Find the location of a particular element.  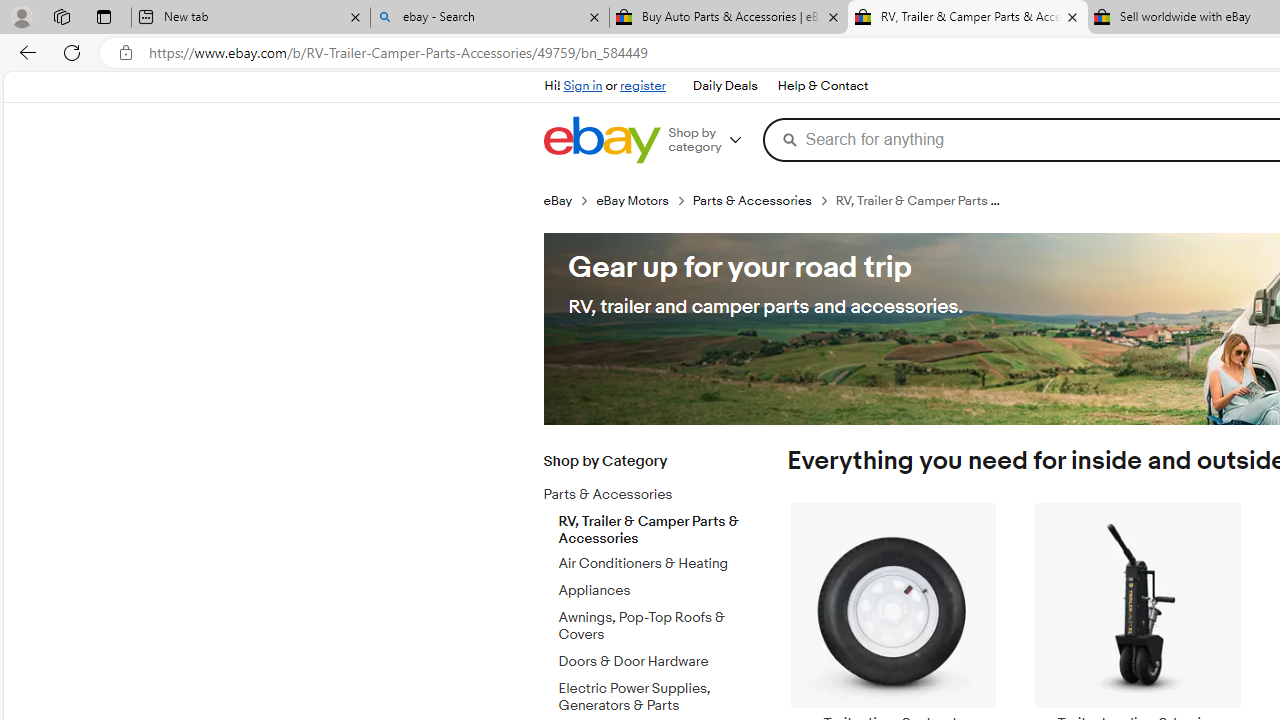

'eBay' is located at coordinates (568, 200).